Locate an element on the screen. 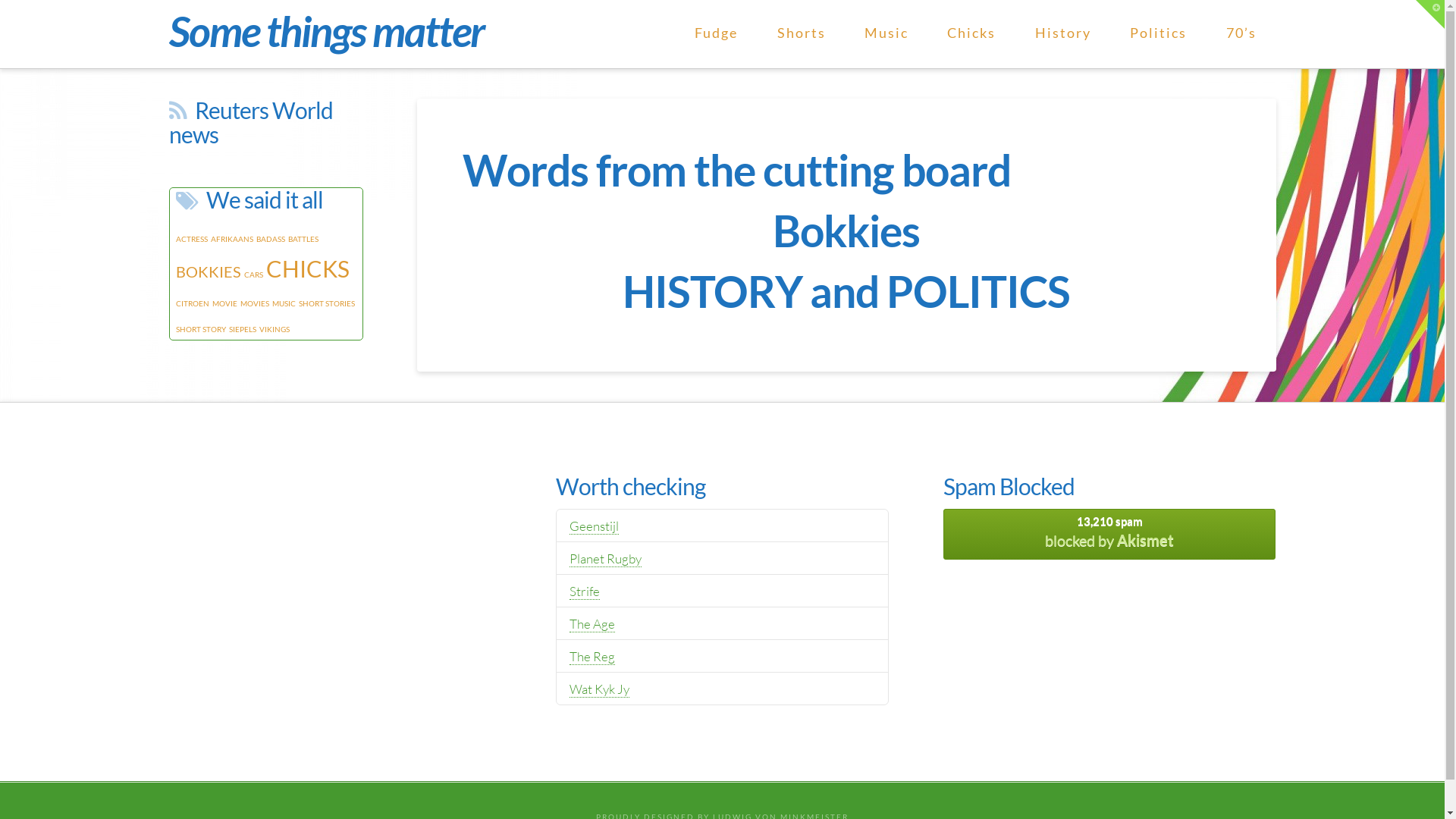  'MOVIE' is located at coordinates (211, 303).